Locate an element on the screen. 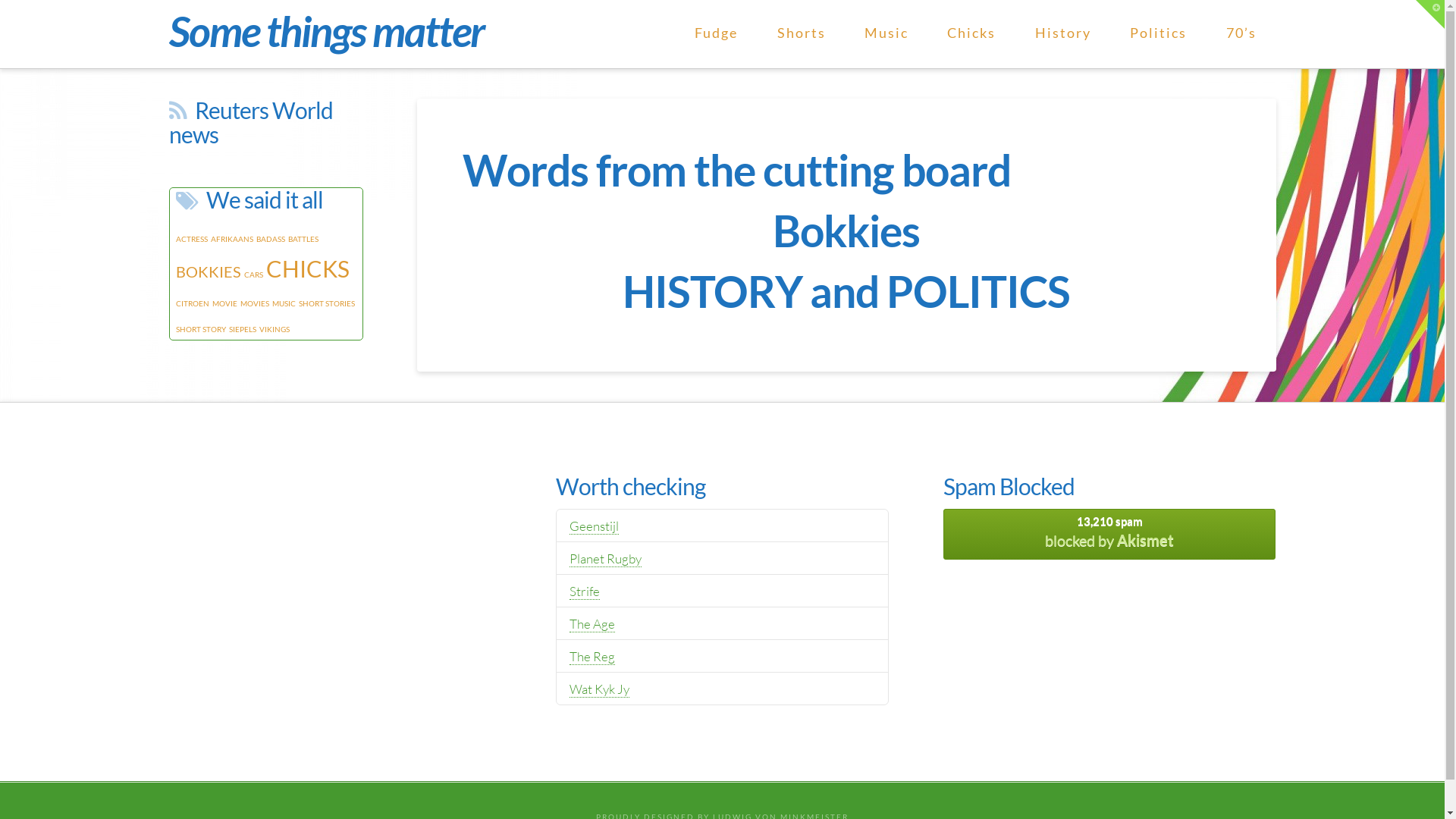  'MOVIE' is located at coordinates (211, 303).